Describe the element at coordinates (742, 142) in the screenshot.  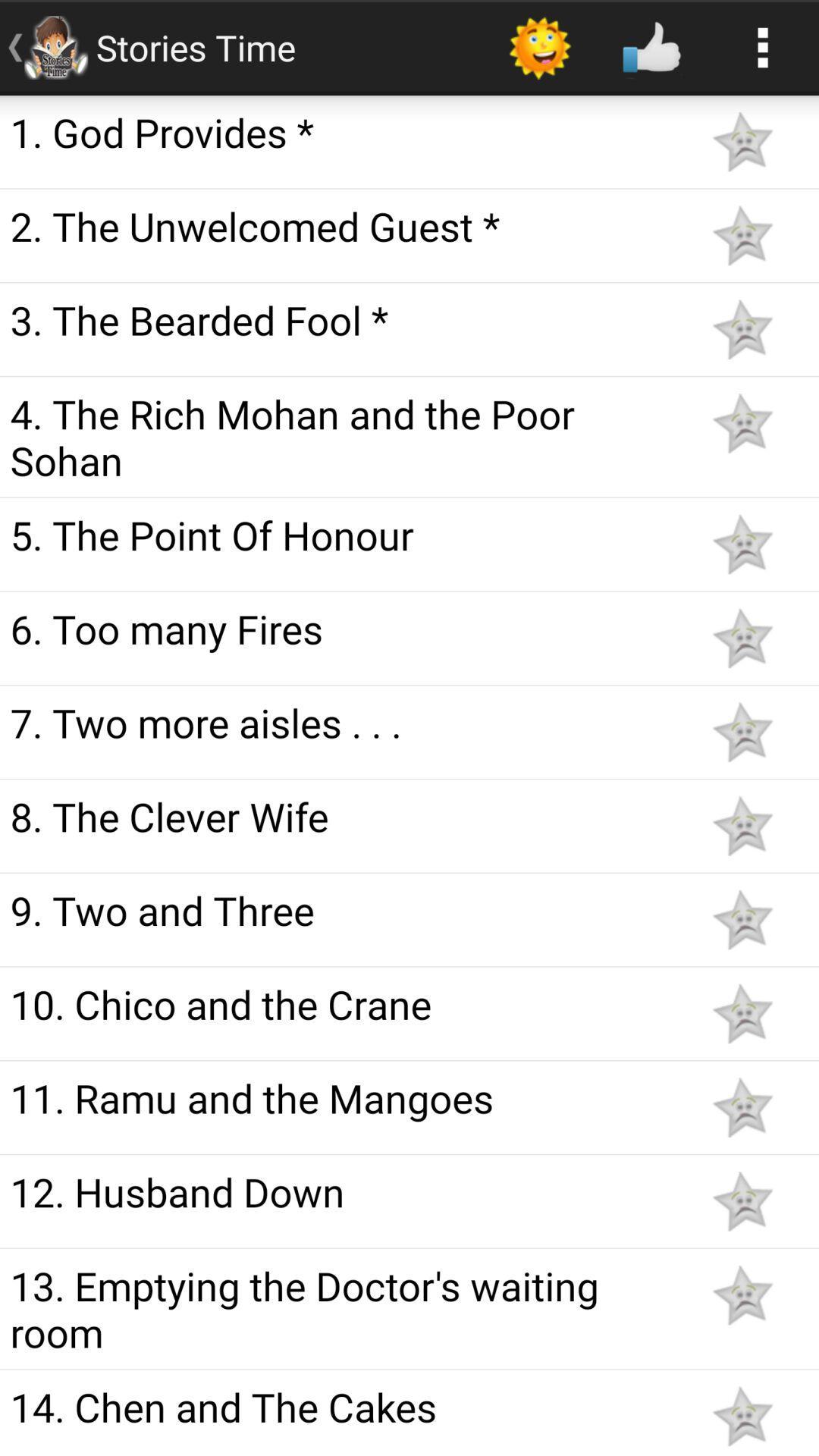
I see `bookmark the story` at that location.